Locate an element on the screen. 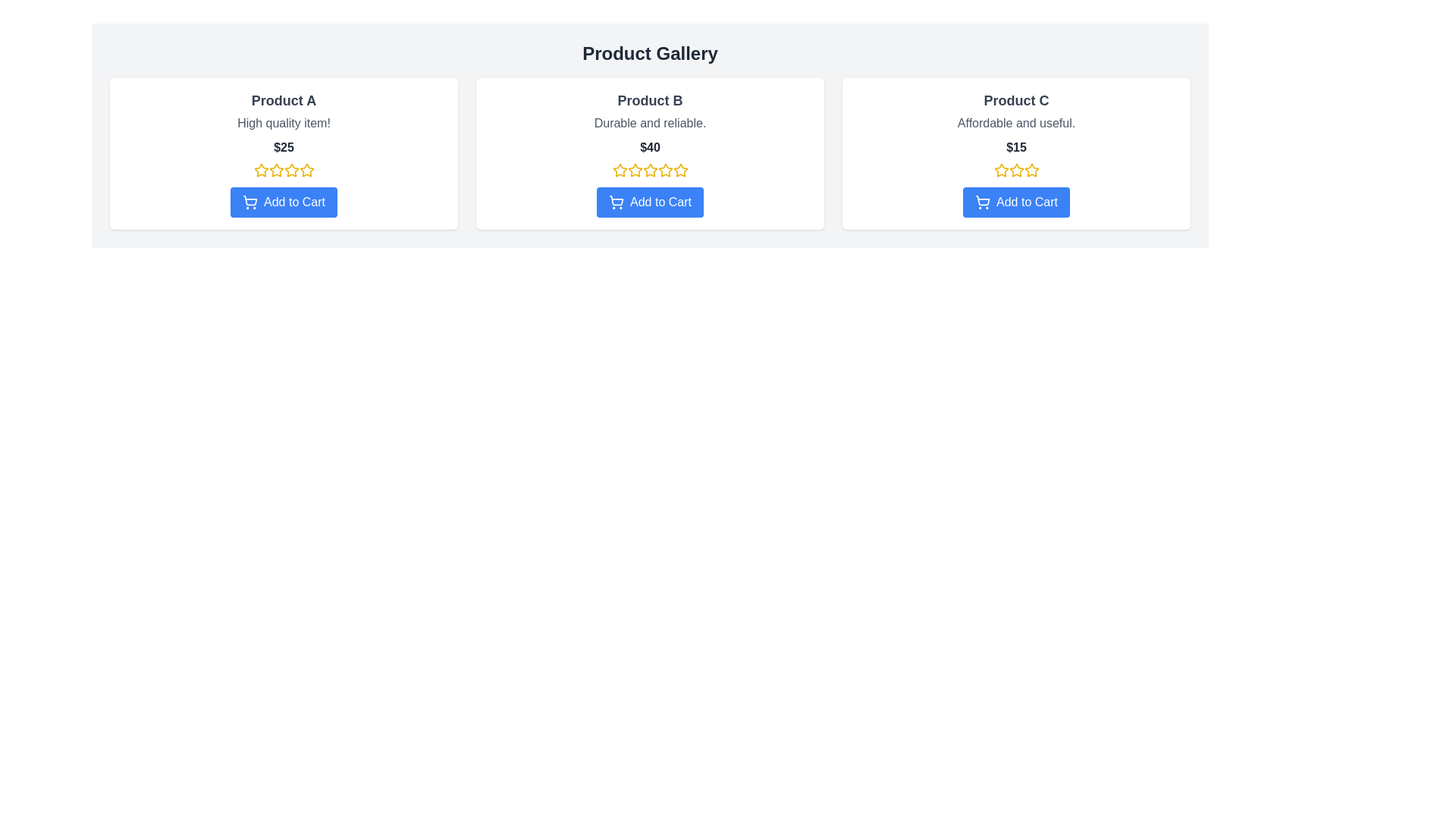 Image resolution: width=1456 pixels, height=819 pixels. the fifth star icon in the middle product card of the second row, which indicates the fifth rating level for a product is located at coordinates (679, 170).